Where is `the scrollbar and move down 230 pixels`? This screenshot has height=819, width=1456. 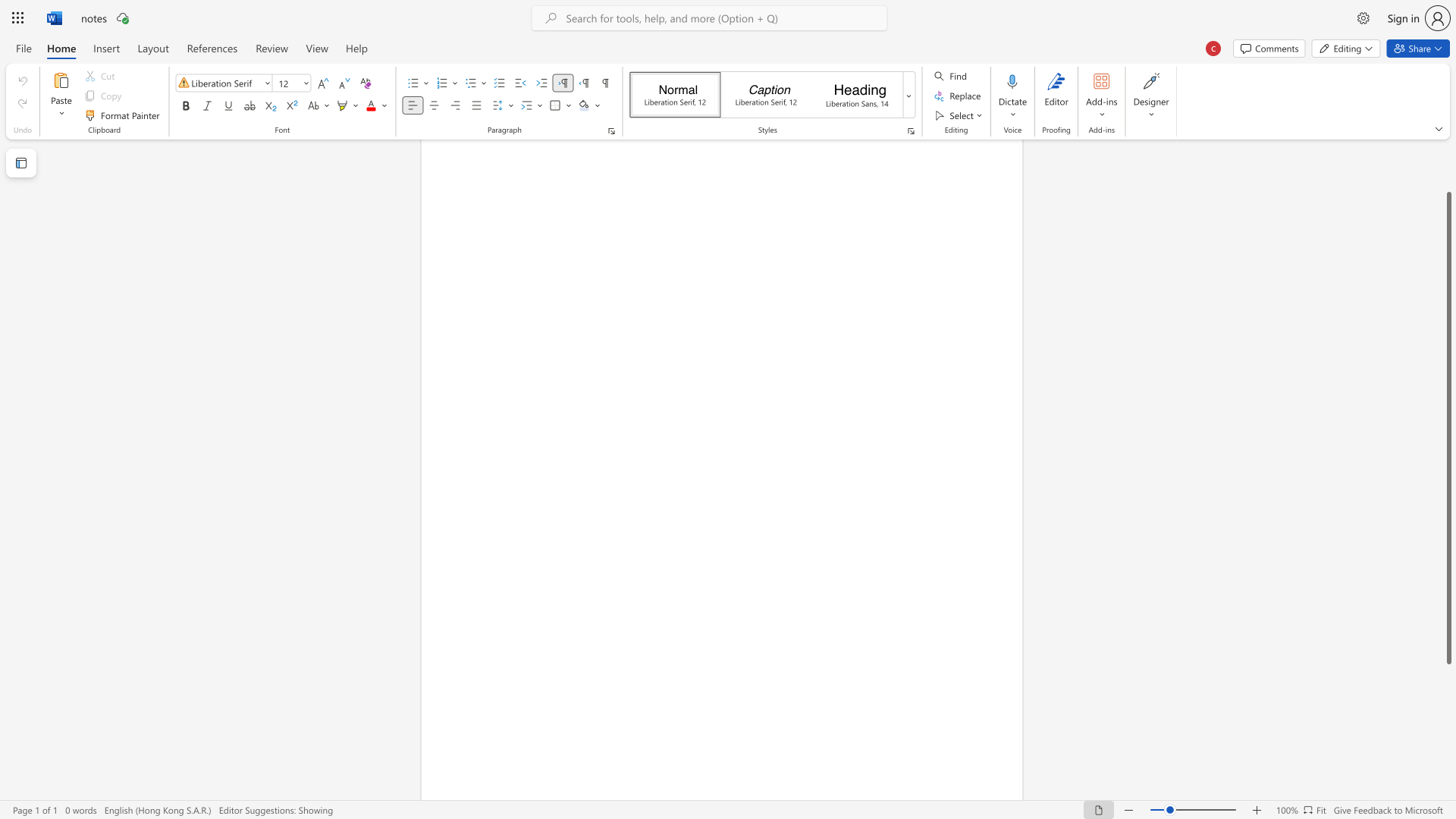
the scrollbar and move down 230 pixels is located at coordinates (1448, 428).